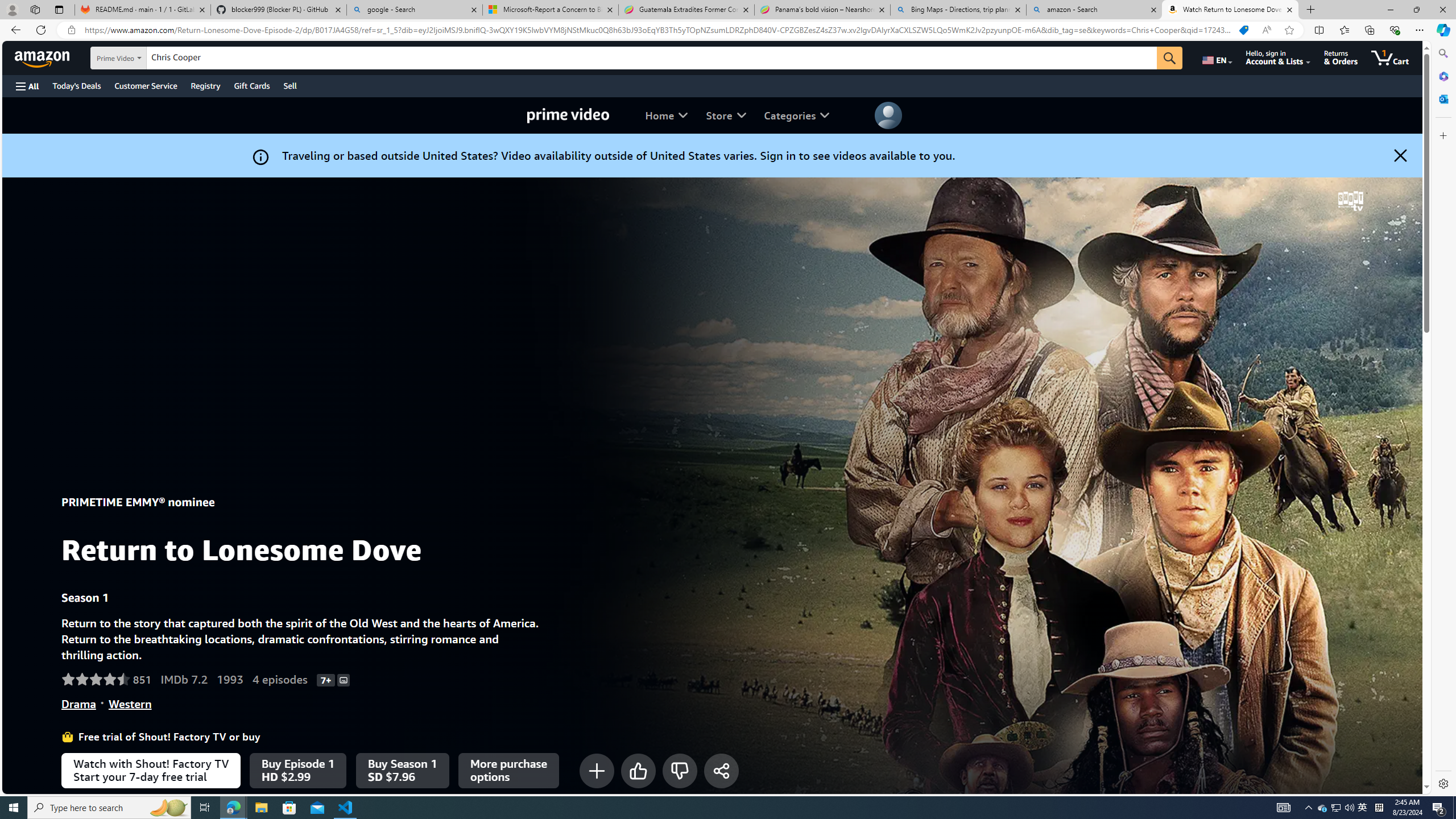 This screenshot has height=819, width=1456. What do you see at coordinates (1350, 200) in the screenshot?
I see `'Channel logo'` at bounding box center [1350, 200].